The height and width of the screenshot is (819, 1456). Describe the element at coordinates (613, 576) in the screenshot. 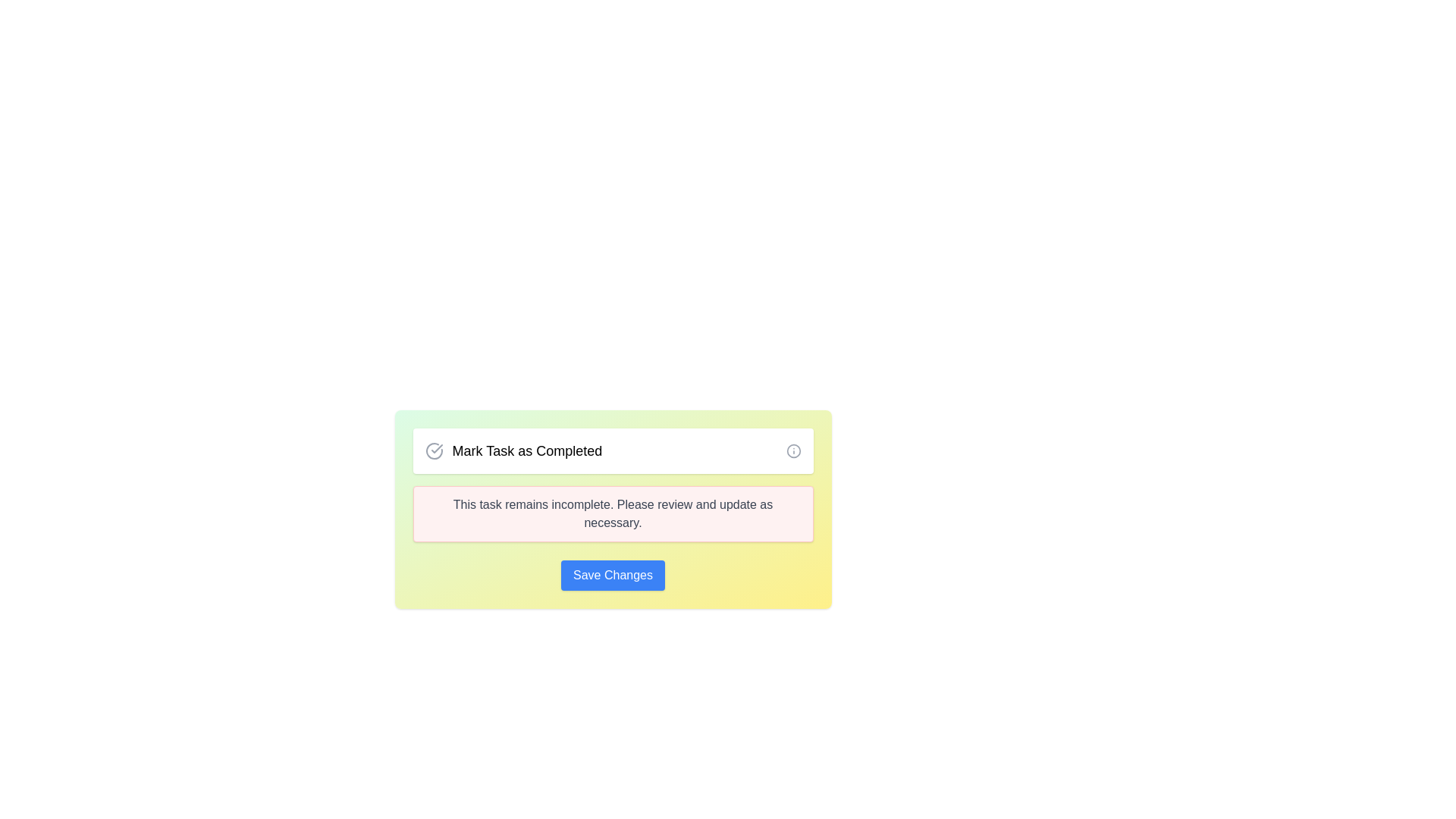

I see `the save button located below the text block that states 'This task remains incomplete. Please review and update as necessary'` at that location.